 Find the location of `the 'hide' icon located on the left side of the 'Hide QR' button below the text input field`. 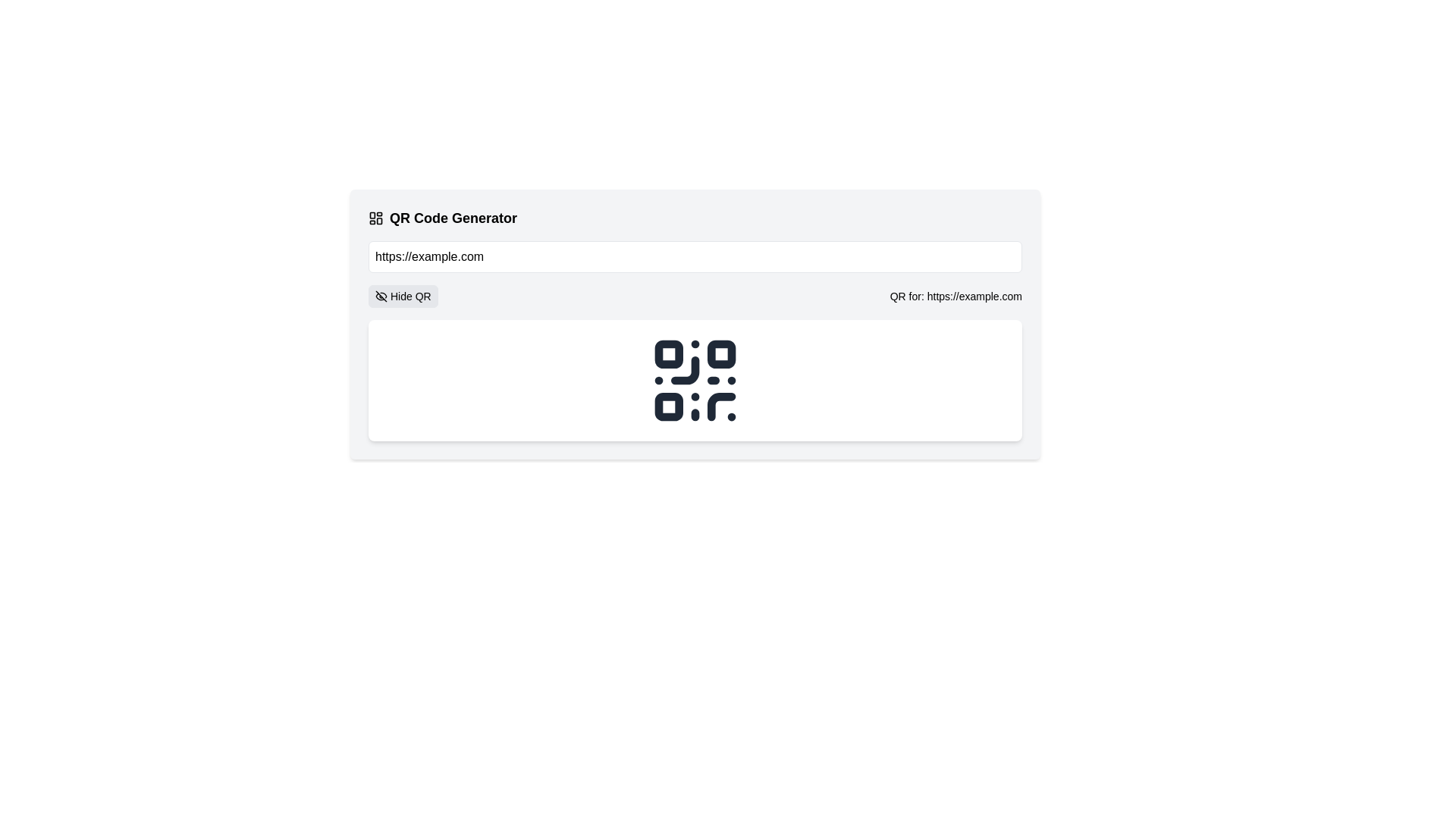

the 'hide' icon located on the left side of the 'Hide QR' button below the text input field is located at coordinates (381, 296).